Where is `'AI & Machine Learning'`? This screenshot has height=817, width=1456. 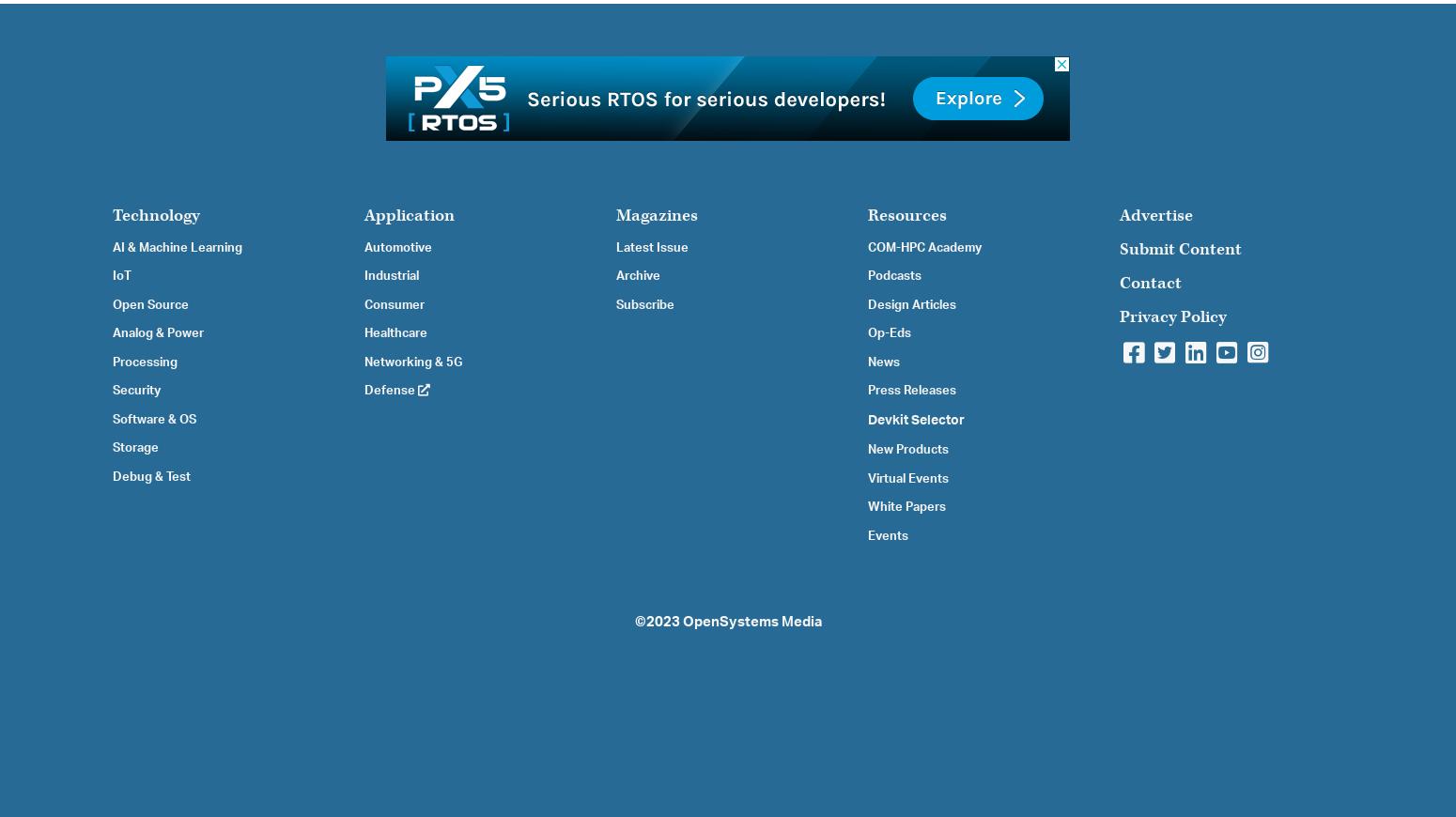 'AI & Machine Learning' is located at coordinates (176, 247).